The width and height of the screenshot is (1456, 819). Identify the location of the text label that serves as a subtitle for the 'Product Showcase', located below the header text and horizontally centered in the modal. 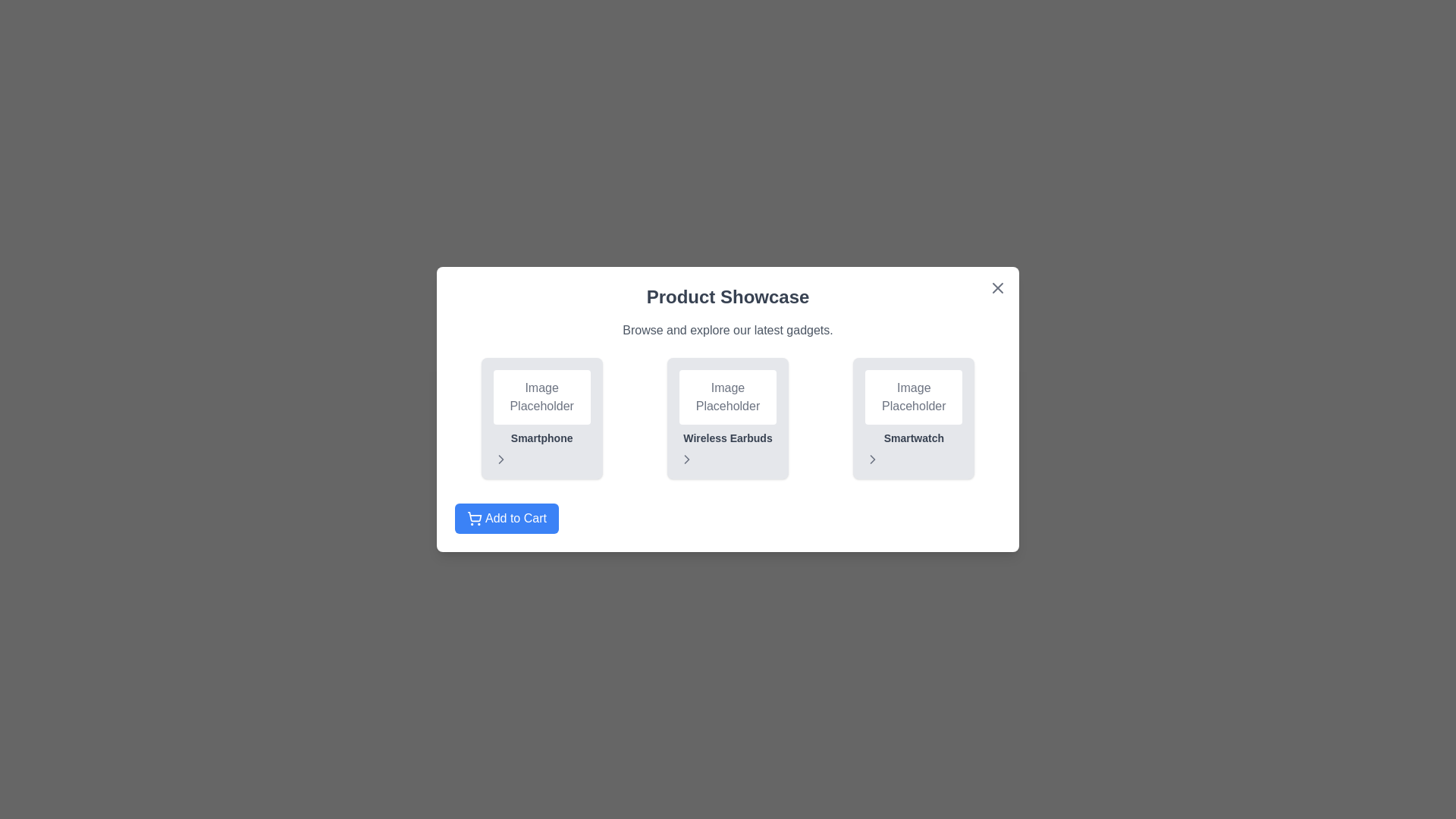
(728, 329).